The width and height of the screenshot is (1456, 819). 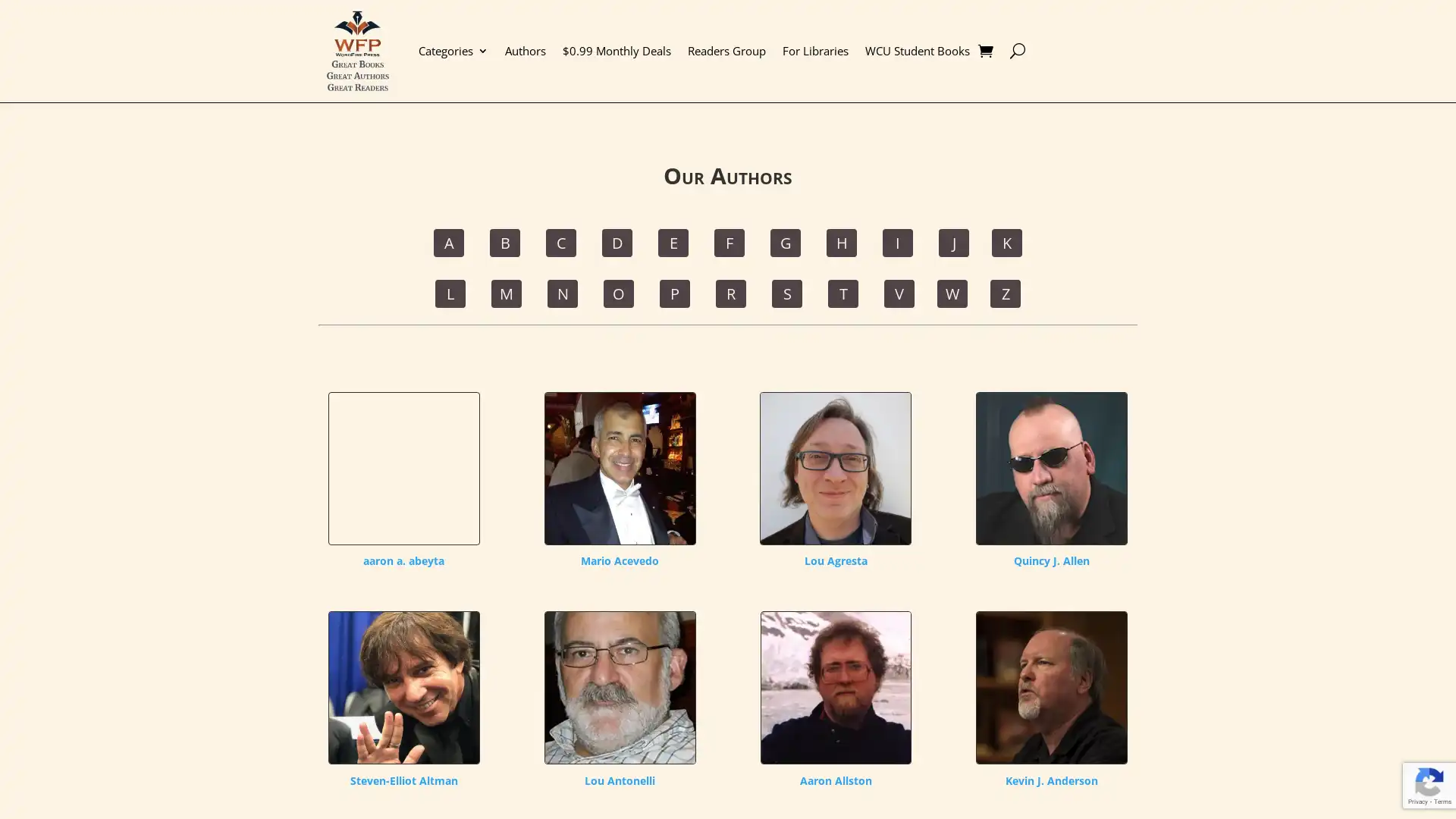 I want to click on F, so click(x=729, y=241).